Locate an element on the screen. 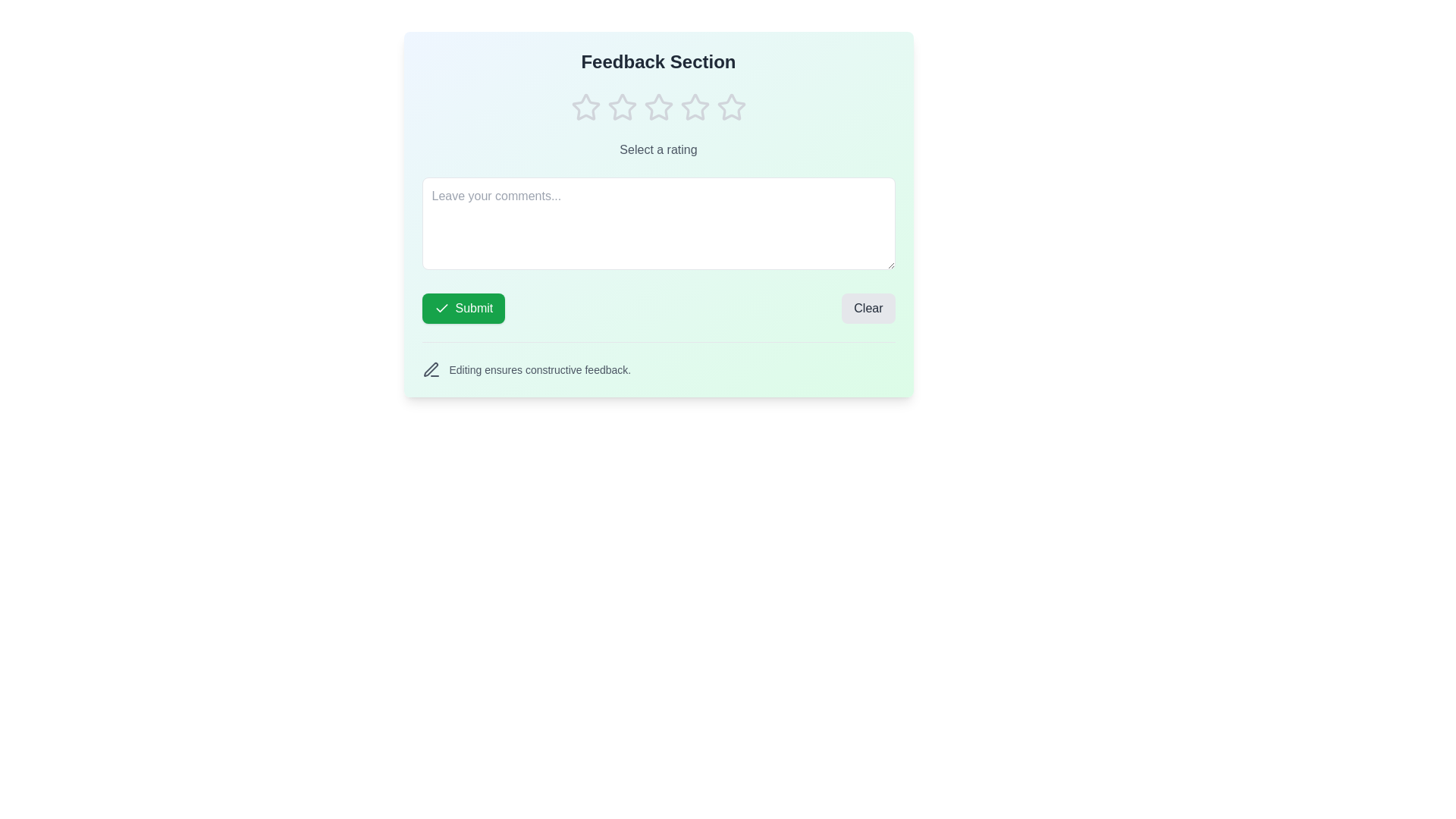 Image resolution: width=1456 pixels, height=819 pixels. the Checkmark icon located inside the 'Submit' button at the bottom-left of the feedback section, which indicates confirmation of a successful action is located at coordinates (441, 308).